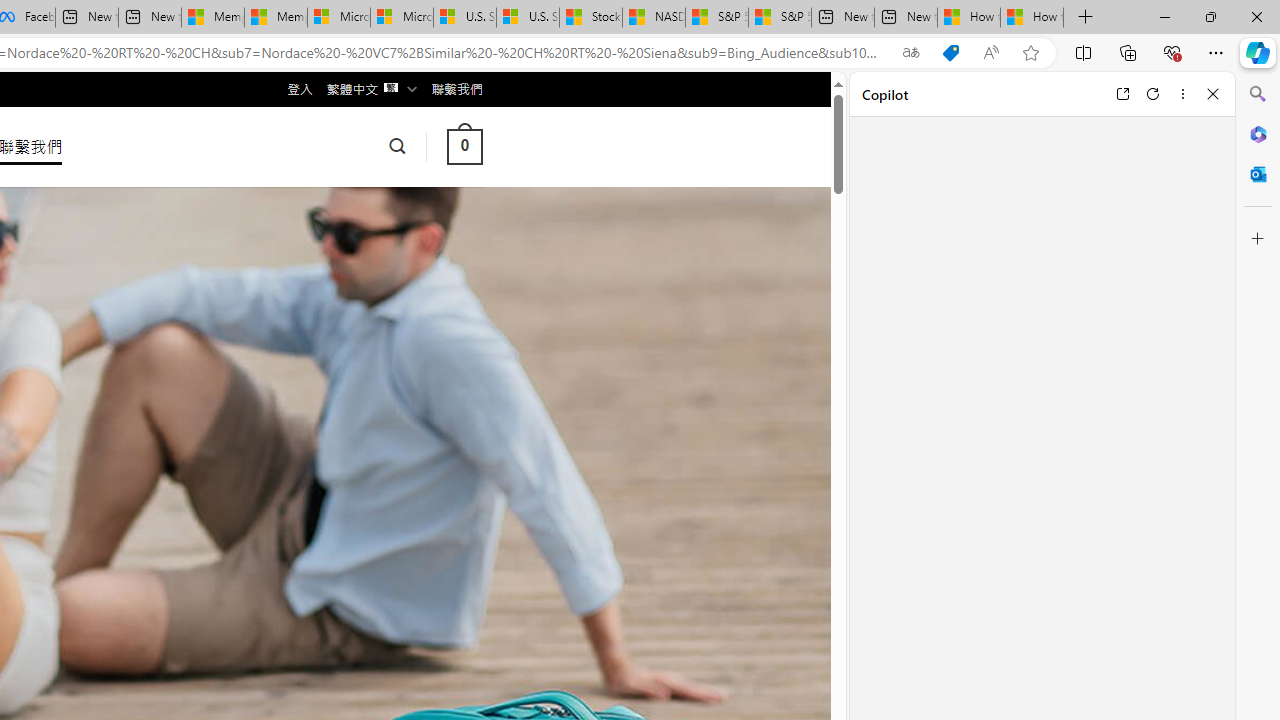 The height and width of the screenshot is (720, 1280). I want to click on 'Outlook', so click(1257, 173).